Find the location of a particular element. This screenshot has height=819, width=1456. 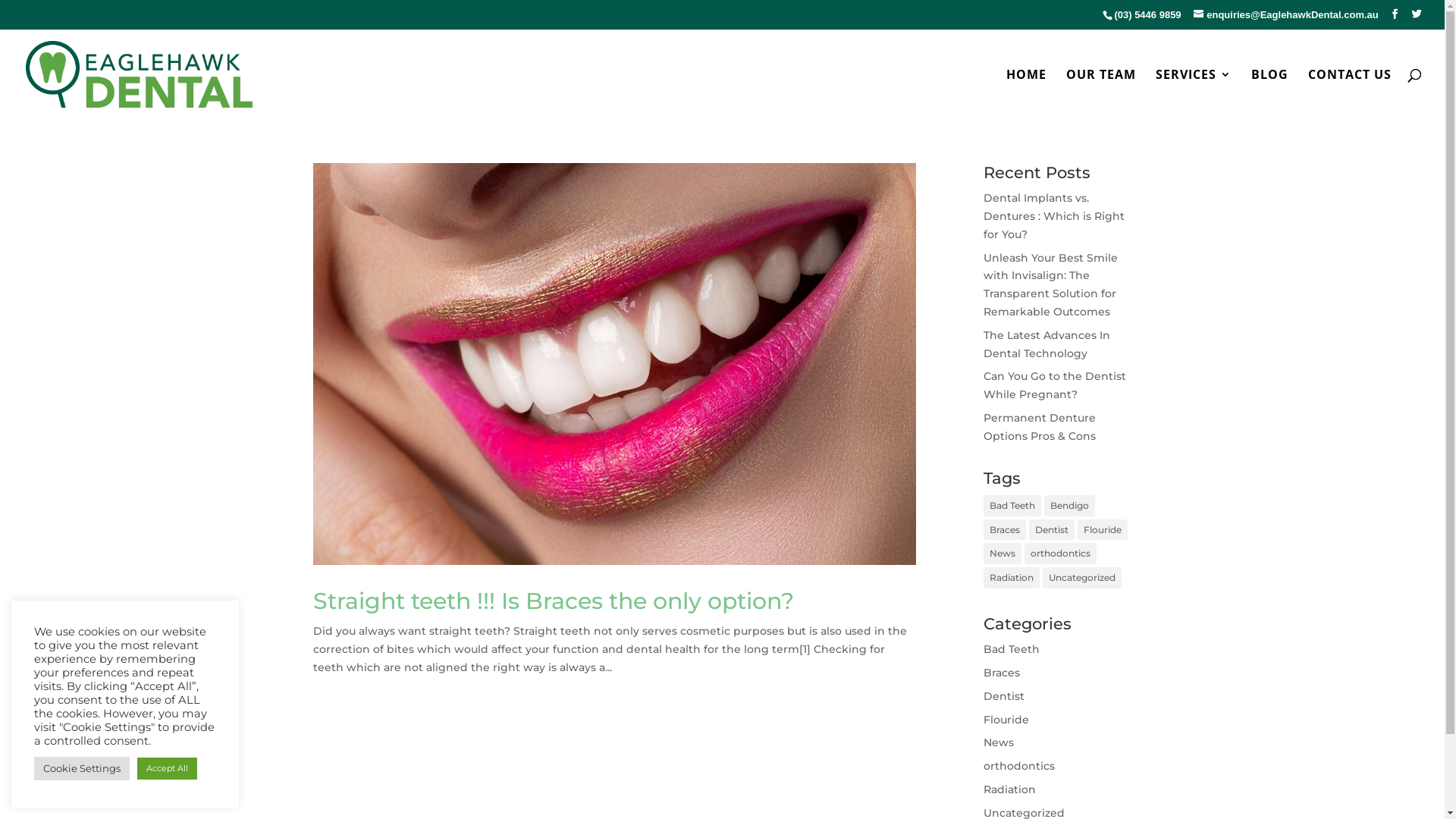

'enquiries@EaglehawkDental.com.au' is located at coordinates (1285, 14).